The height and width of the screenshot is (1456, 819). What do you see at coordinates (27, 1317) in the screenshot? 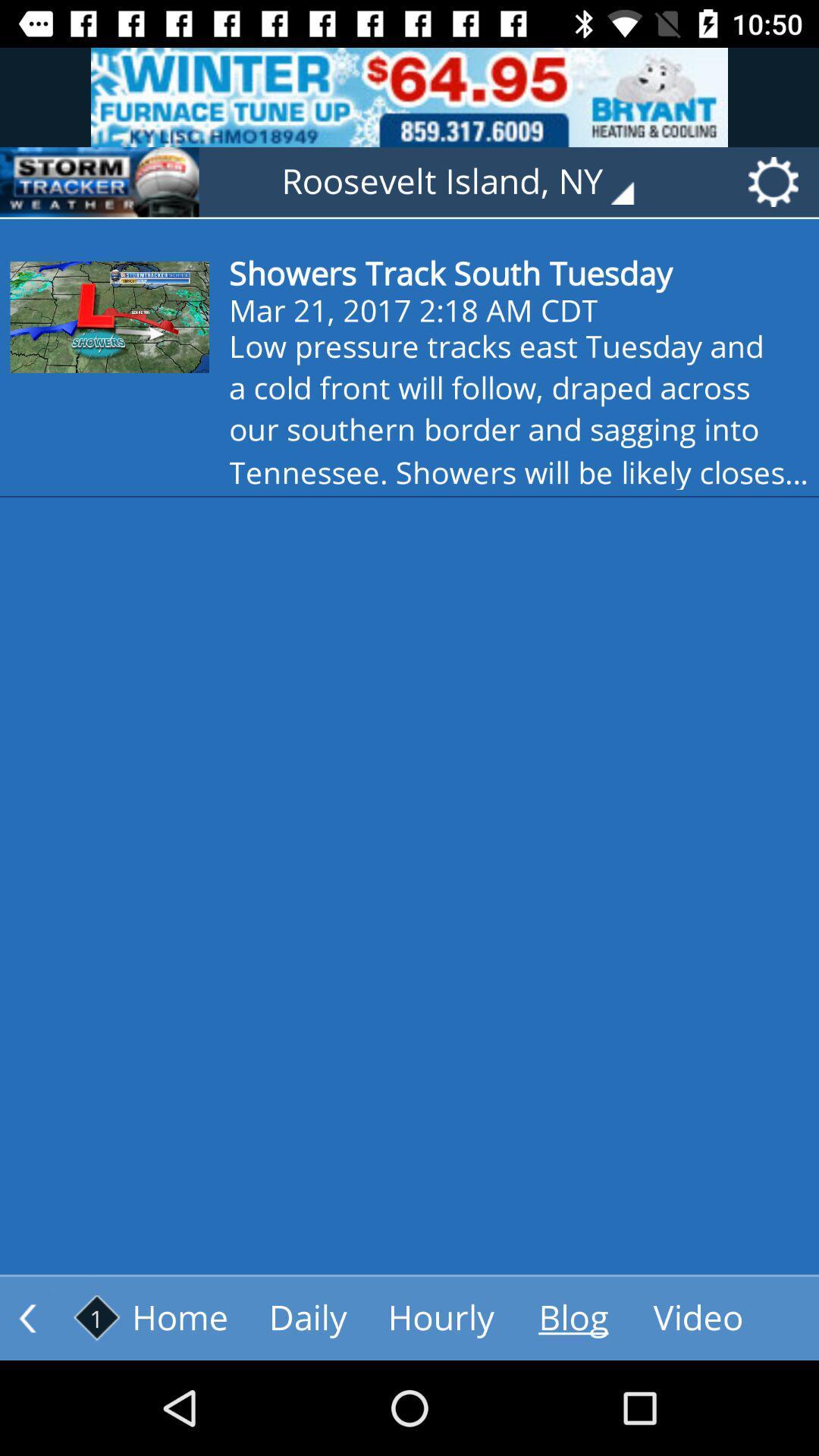
I see `the arrow_backward icon` at bounding box center [27, 1317].